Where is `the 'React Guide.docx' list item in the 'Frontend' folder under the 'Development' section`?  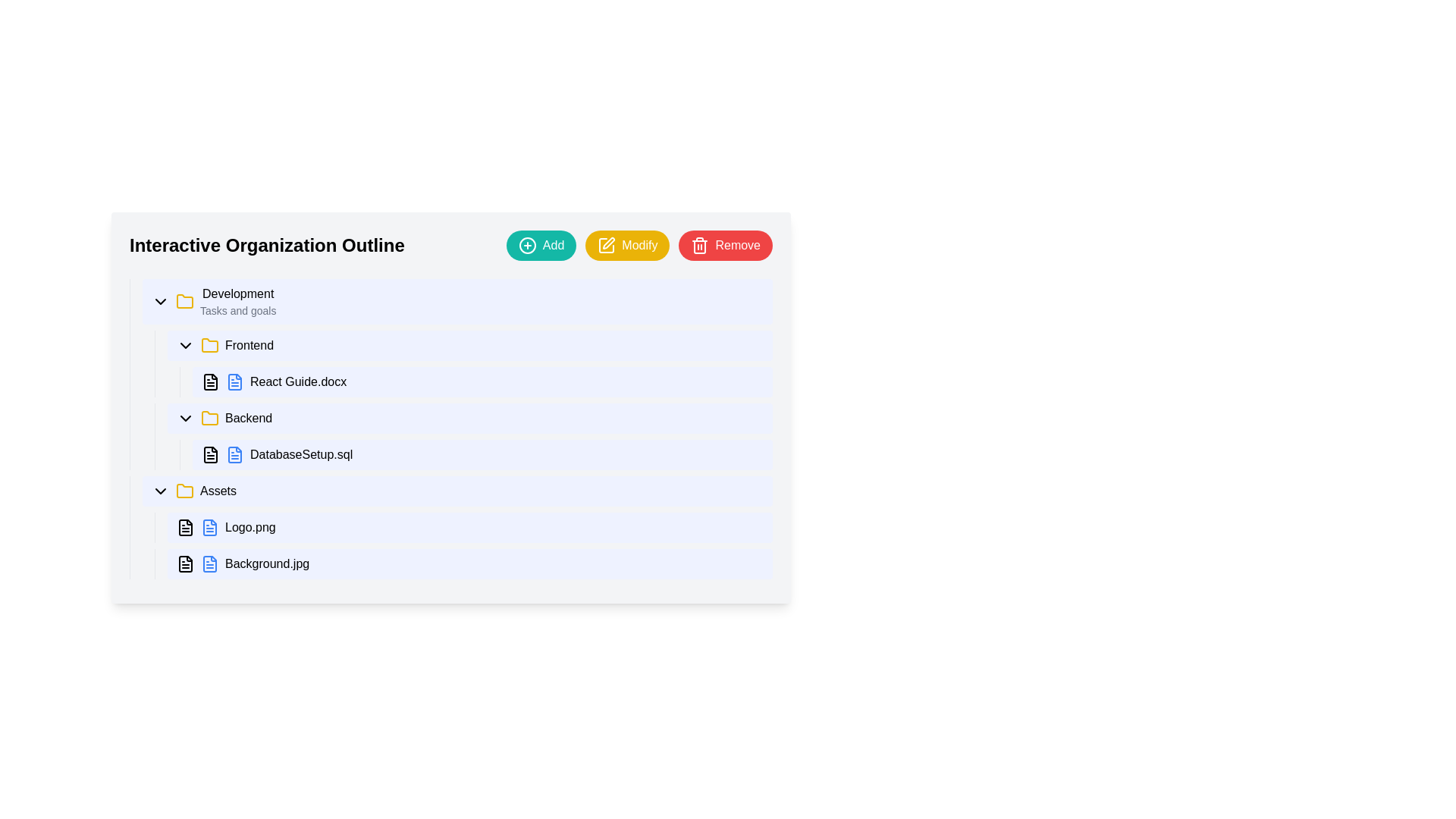 the 'React Guide.docx' list item in the 'Frontend' folder under the 'Development' section is located at coordinates (482, 381).